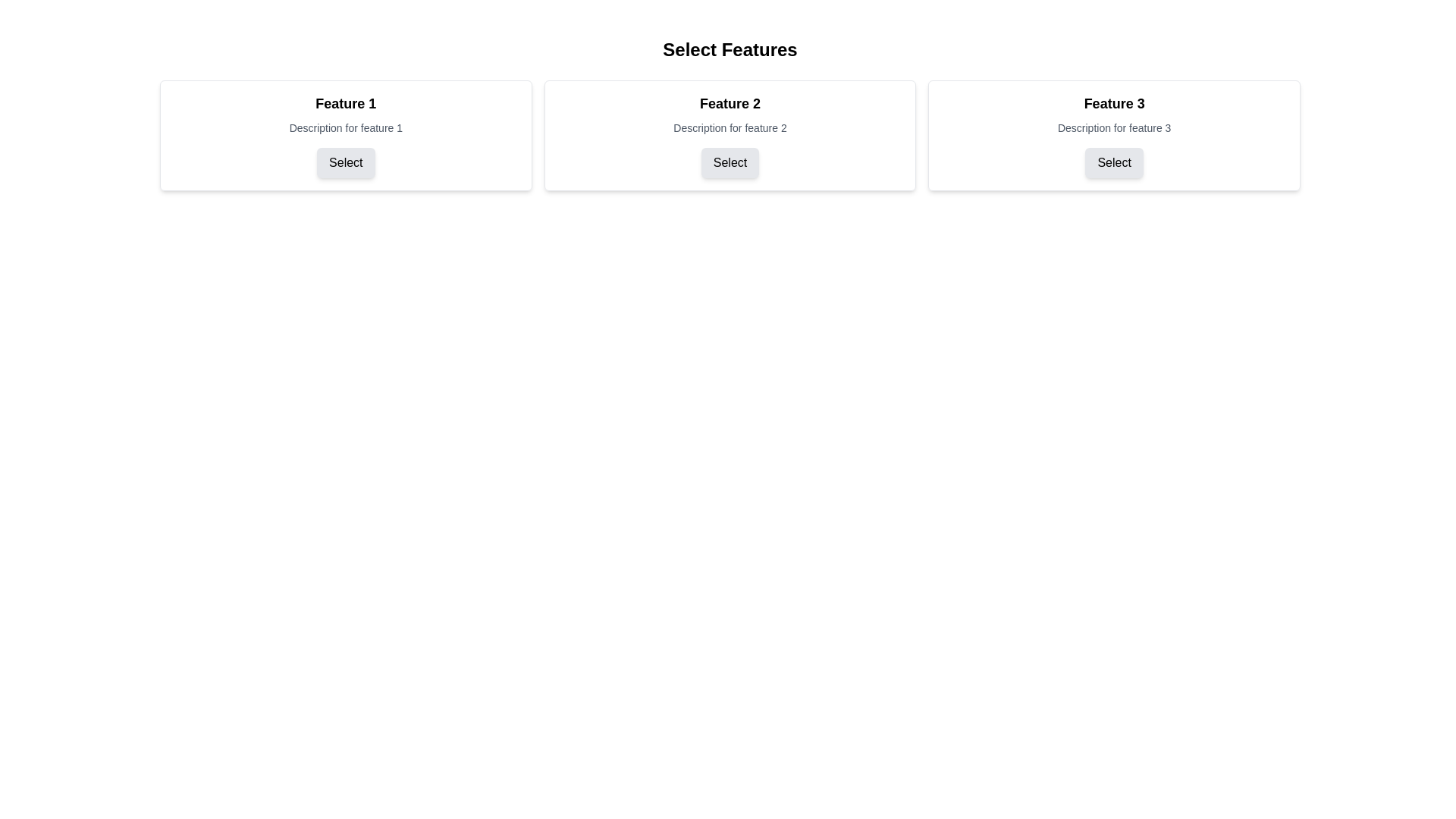  Describe the element at coordinates (1114, 103) in the screenshot. I see `the text label displaying 'Feature 3', which is styled prominently in bold and larger font, located at the top of the rightmost box in a three-column layout` at that location.